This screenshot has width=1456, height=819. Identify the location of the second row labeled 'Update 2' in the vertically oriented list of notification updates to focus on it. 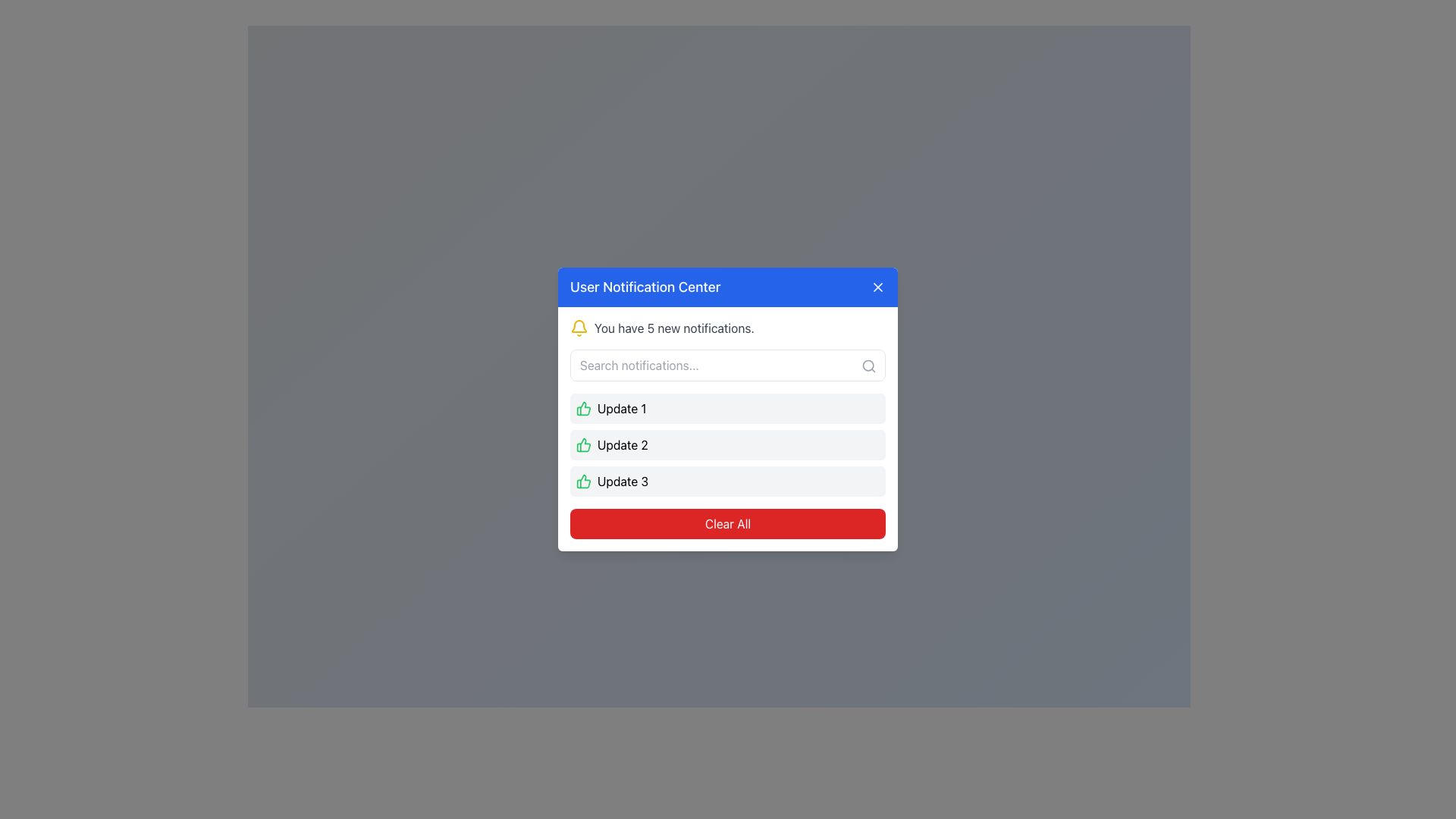
(728, 444).